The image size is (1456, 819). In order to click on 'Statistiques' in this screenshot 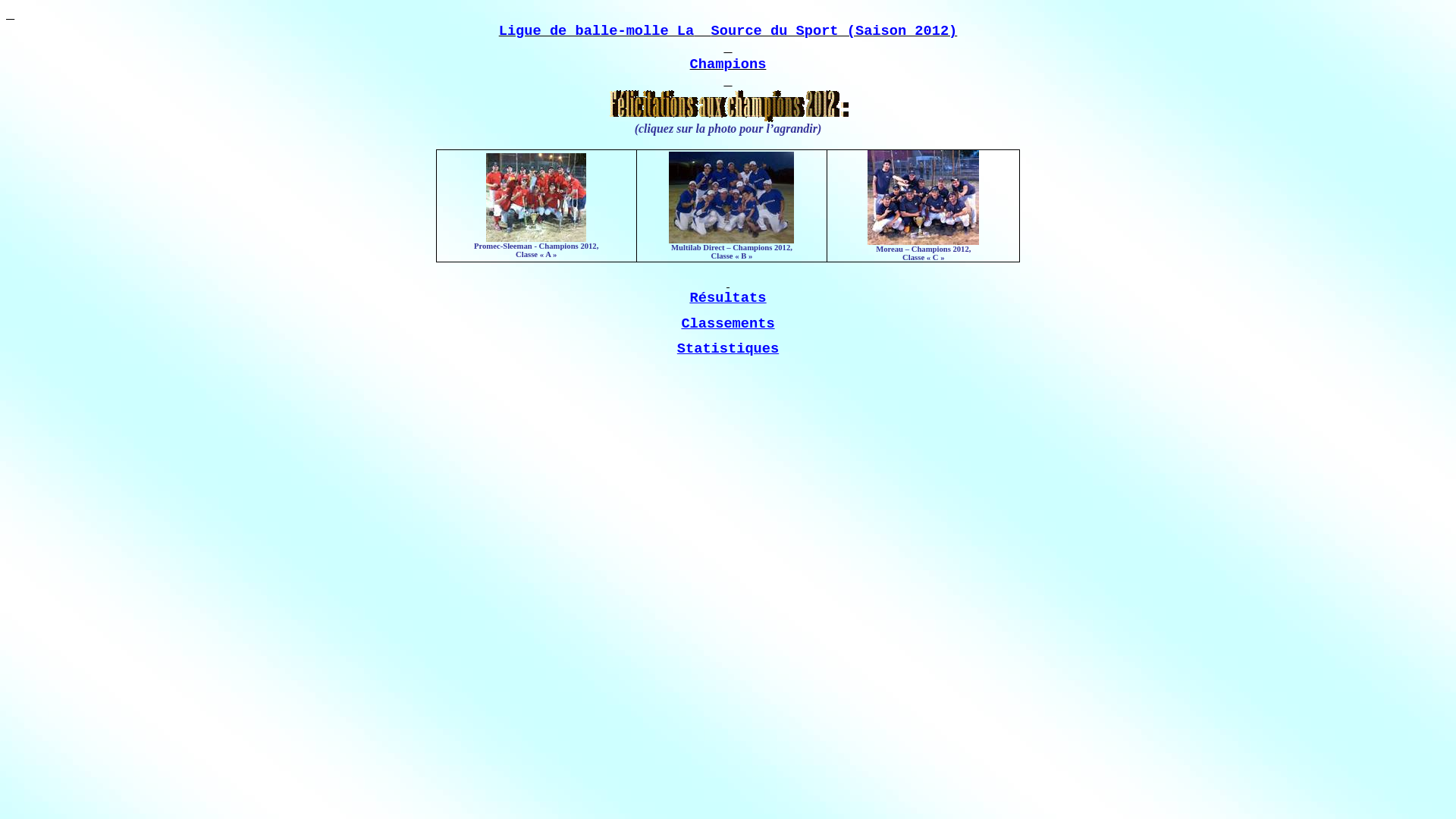, I will do `click(728, 348)`.